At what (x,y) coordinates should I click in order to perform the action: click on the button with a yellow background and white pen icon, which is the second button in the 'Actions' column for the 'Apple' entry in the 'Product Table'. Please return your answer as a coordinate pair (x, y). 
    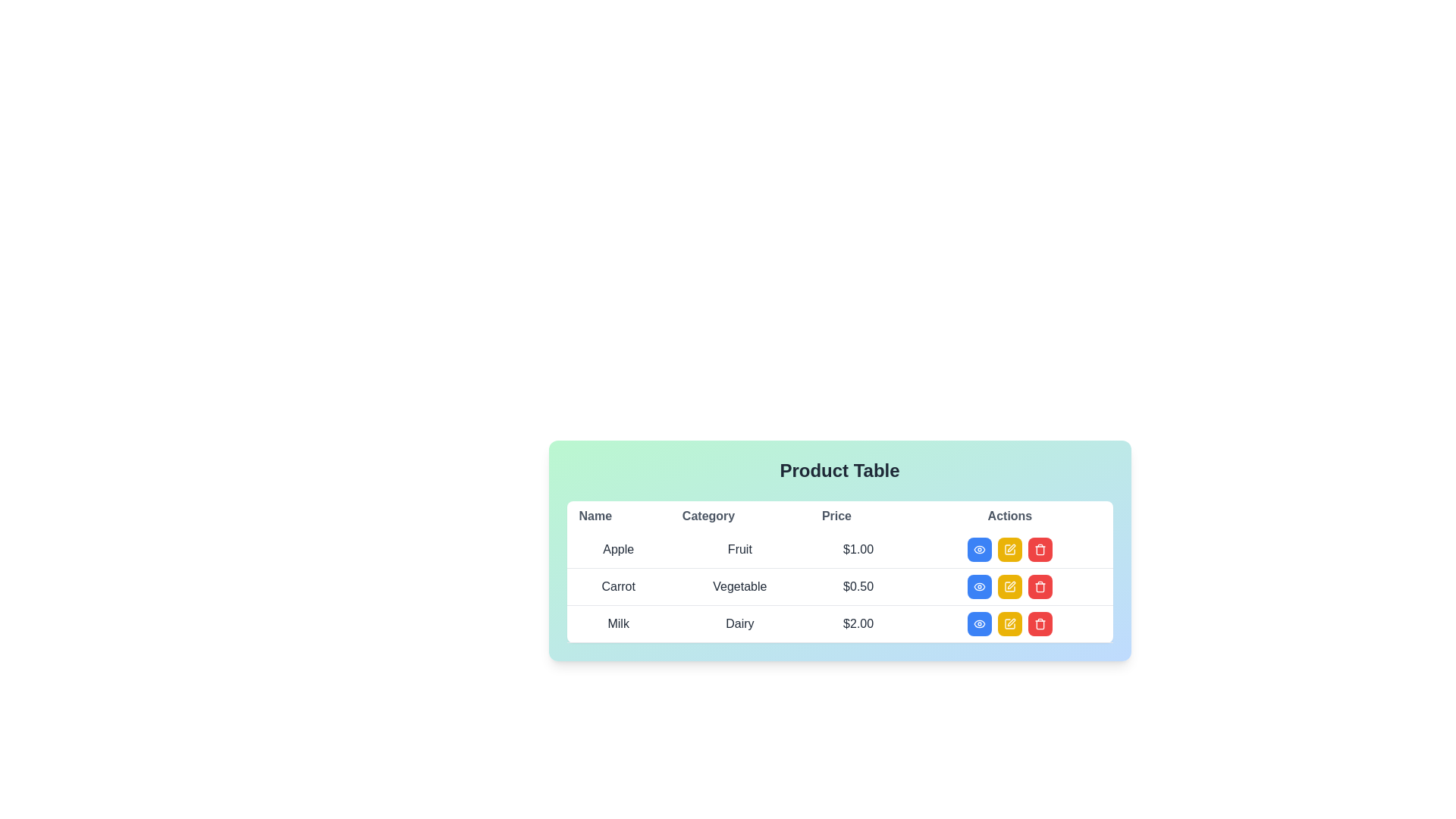
    Looking at the image, I should click on (1009, 550).